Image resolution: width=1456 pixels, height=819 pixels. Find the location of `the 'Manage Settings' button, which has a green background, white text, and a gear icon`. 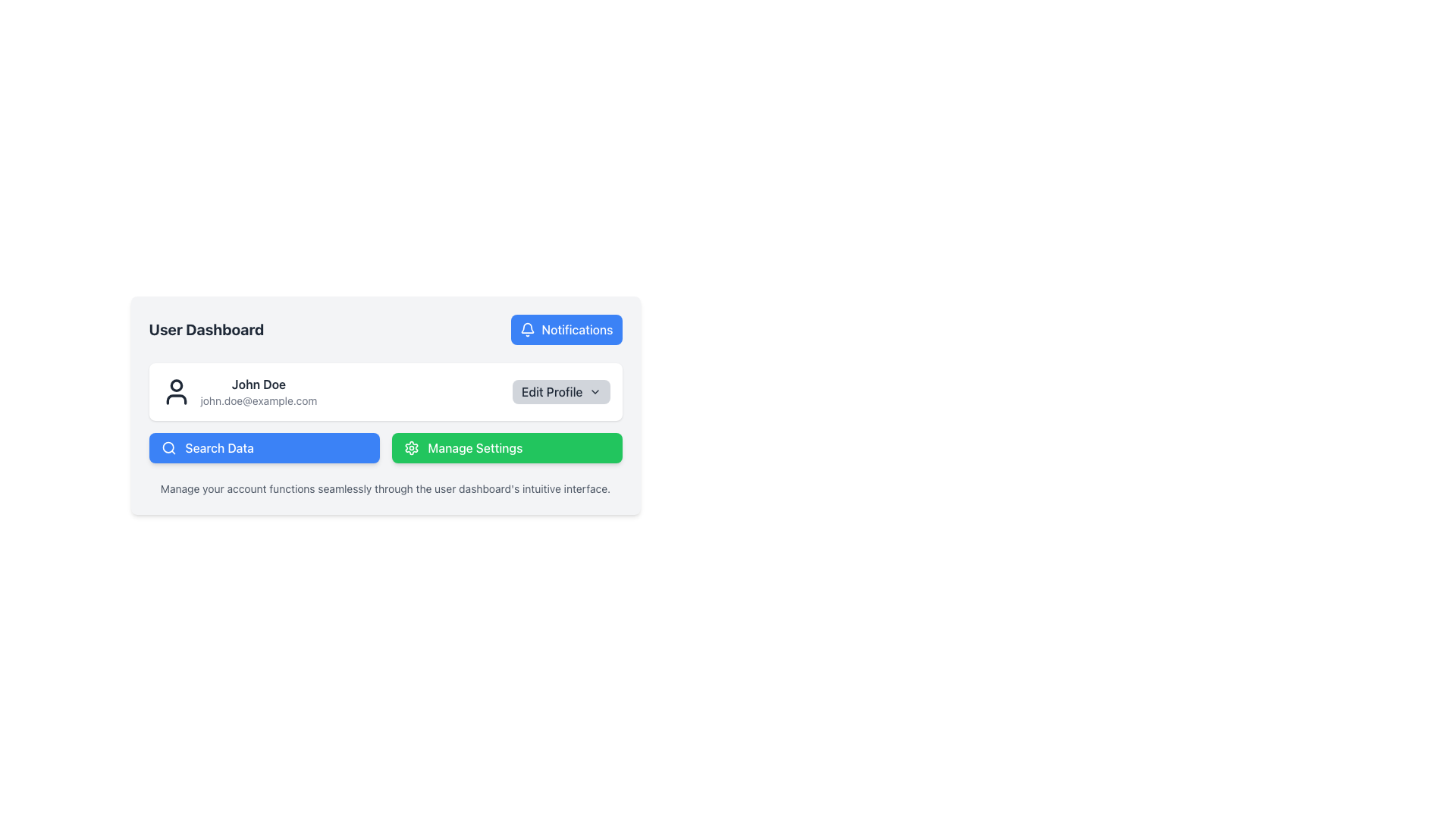

the 'Manage Settings' button, which has a green background, white text, and a gear icon is located at coordinates (507, 447).